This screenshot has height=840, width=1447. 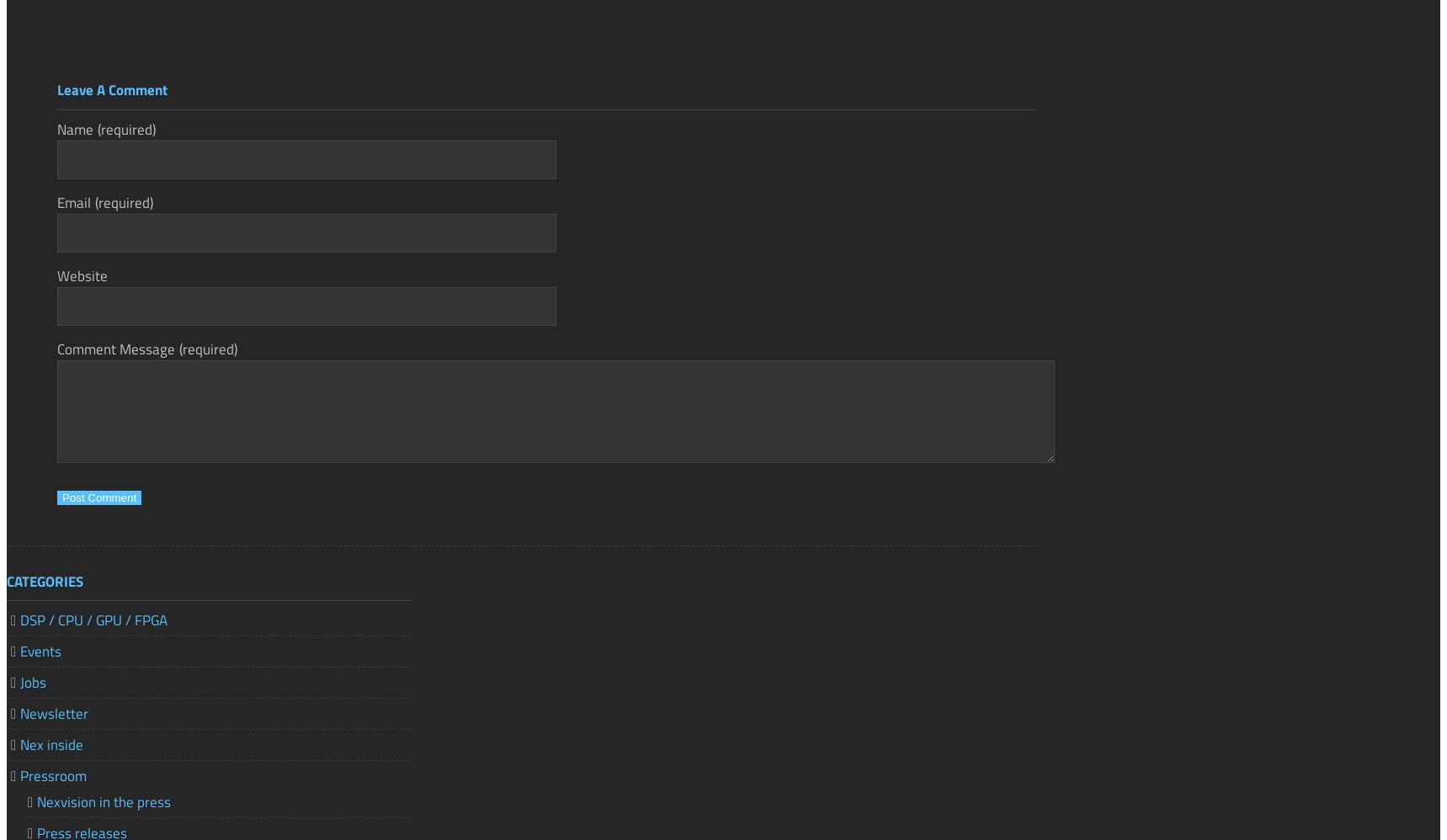 What do you see at coordinates (104, 800) in the screenshot?
I see `'Nexvision in the press'` at bounding box center [104, 800].